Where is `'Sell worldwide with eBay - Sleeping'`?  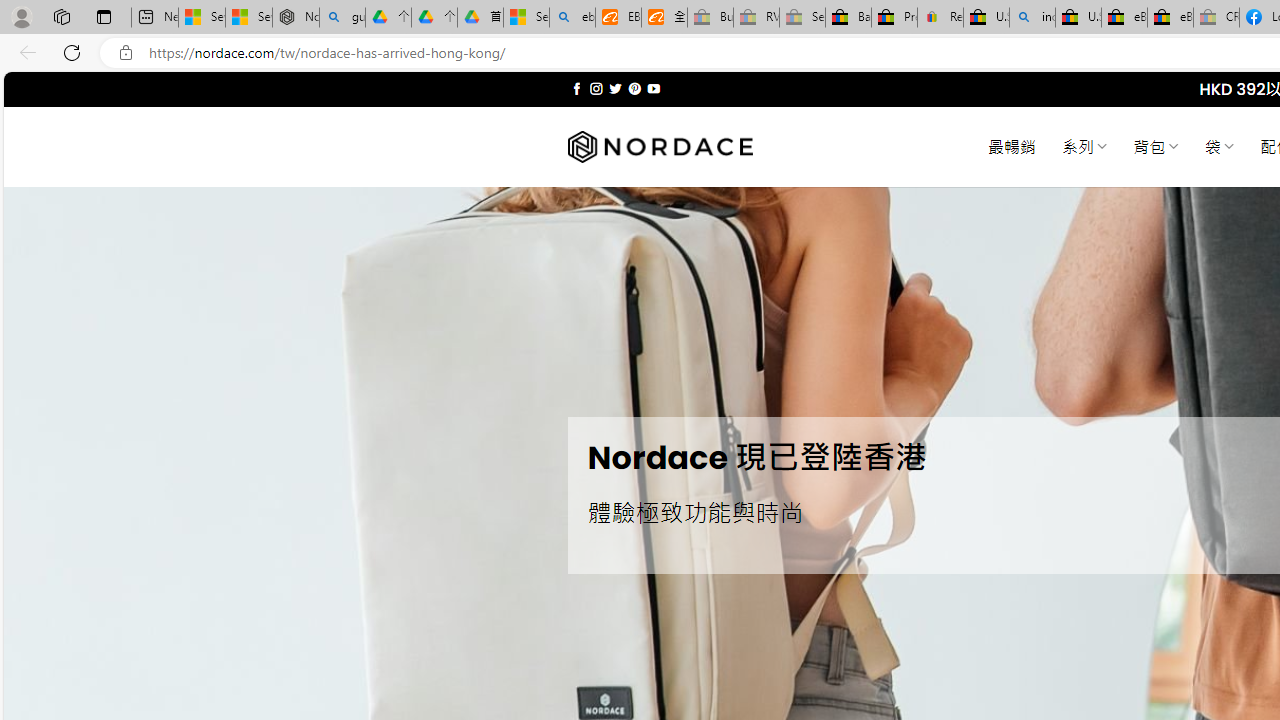 'Sell worldwide with eBay - Sleeping' is located at coordinates (802, 17).